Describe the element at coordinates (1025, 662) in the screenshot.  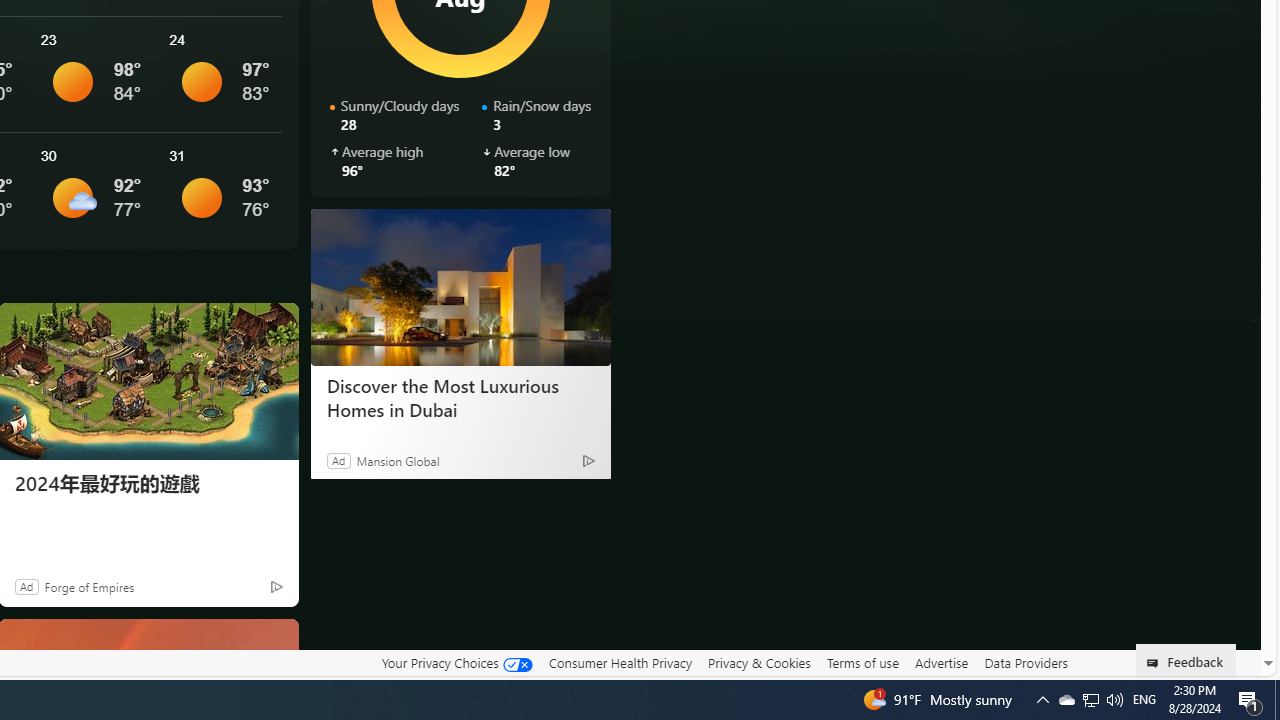
I see `'Data Providers'` at that location.